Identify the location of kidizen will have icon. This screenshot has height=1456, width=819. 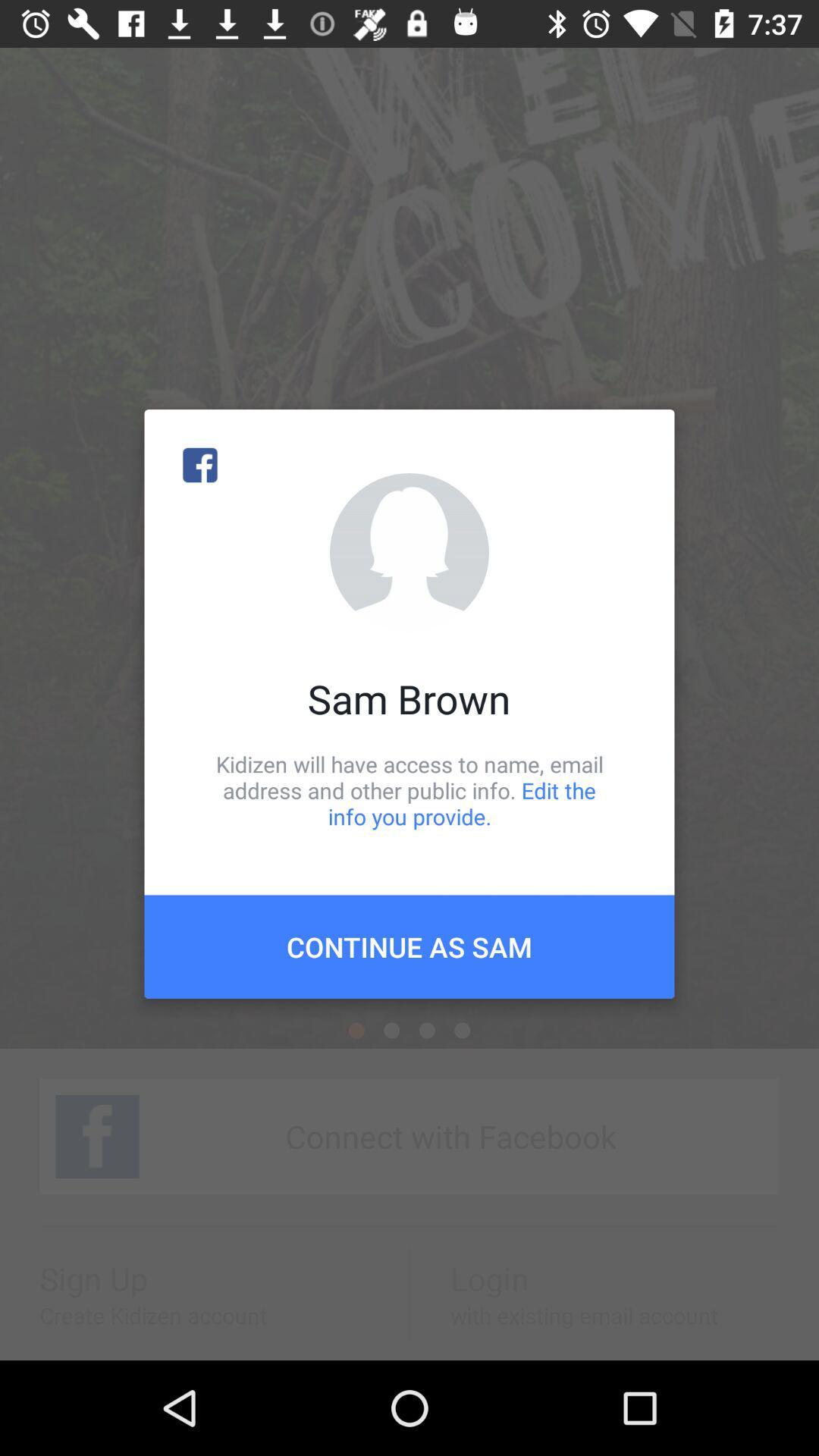
(409, 789).